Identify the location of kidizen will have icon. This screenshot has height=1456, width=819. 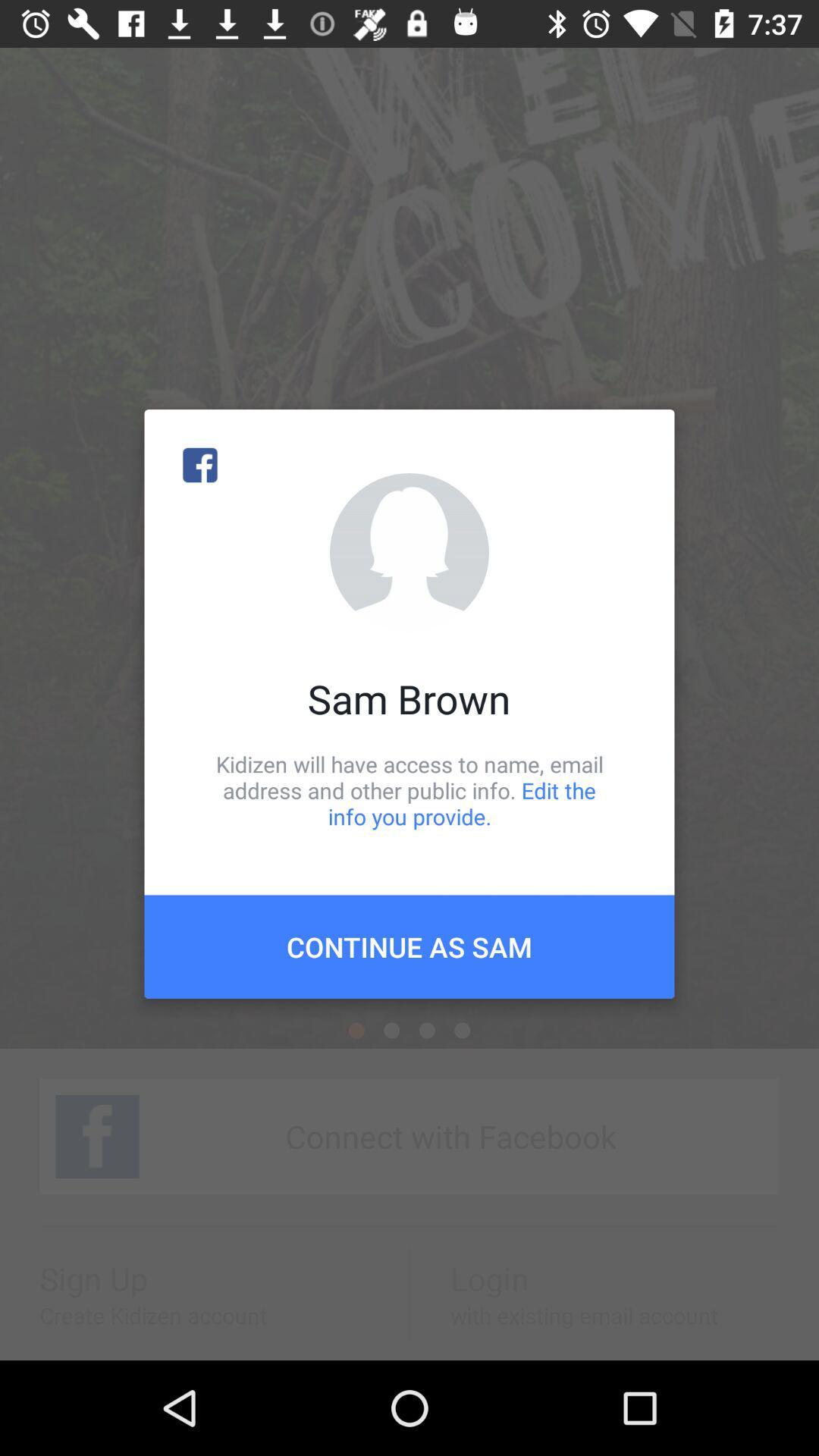
(409, 789).